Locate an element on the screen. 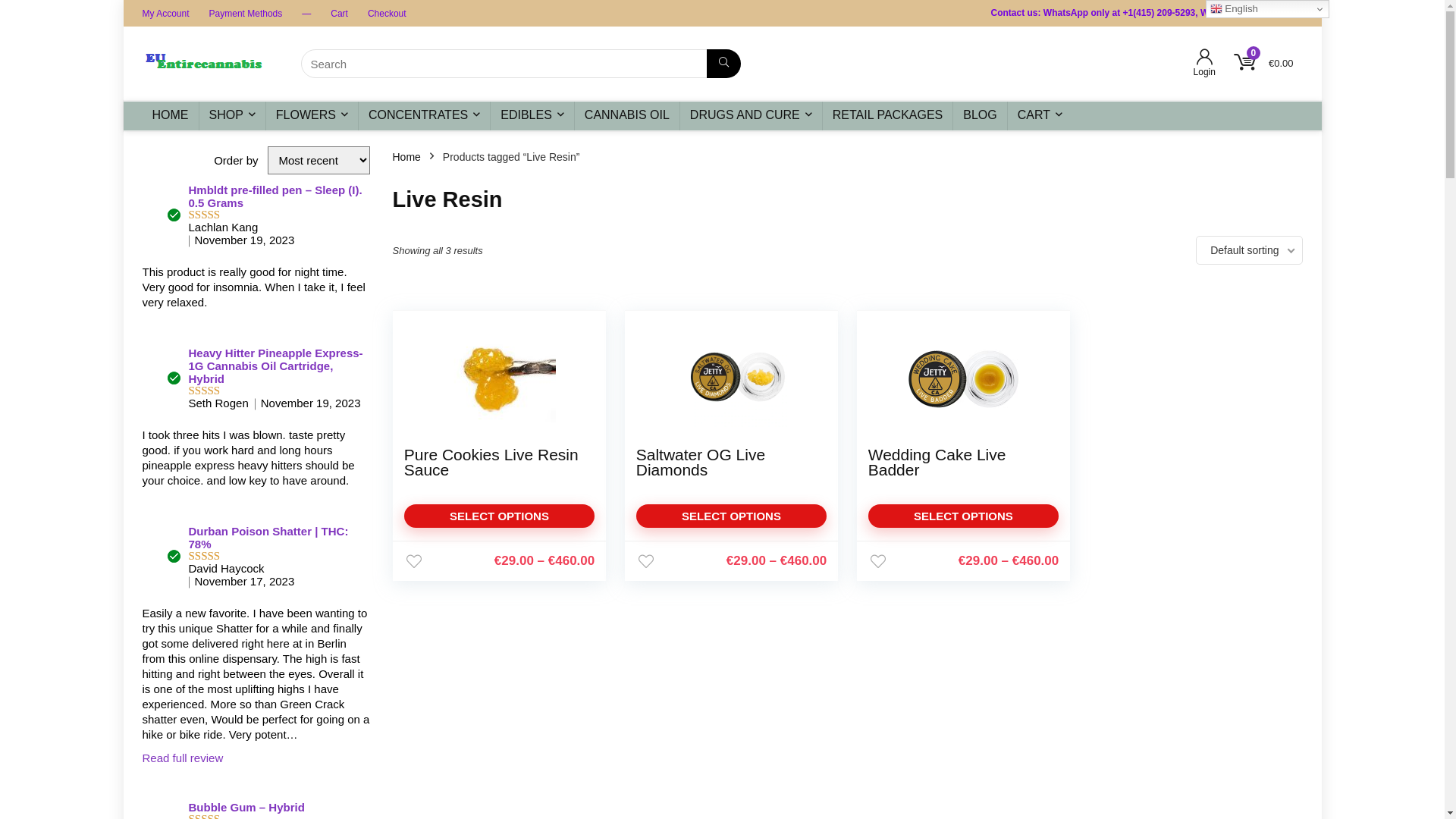 The width and height of the screenshot is (1456, 819). 'Checkout' is located at coordinates (387, 12).